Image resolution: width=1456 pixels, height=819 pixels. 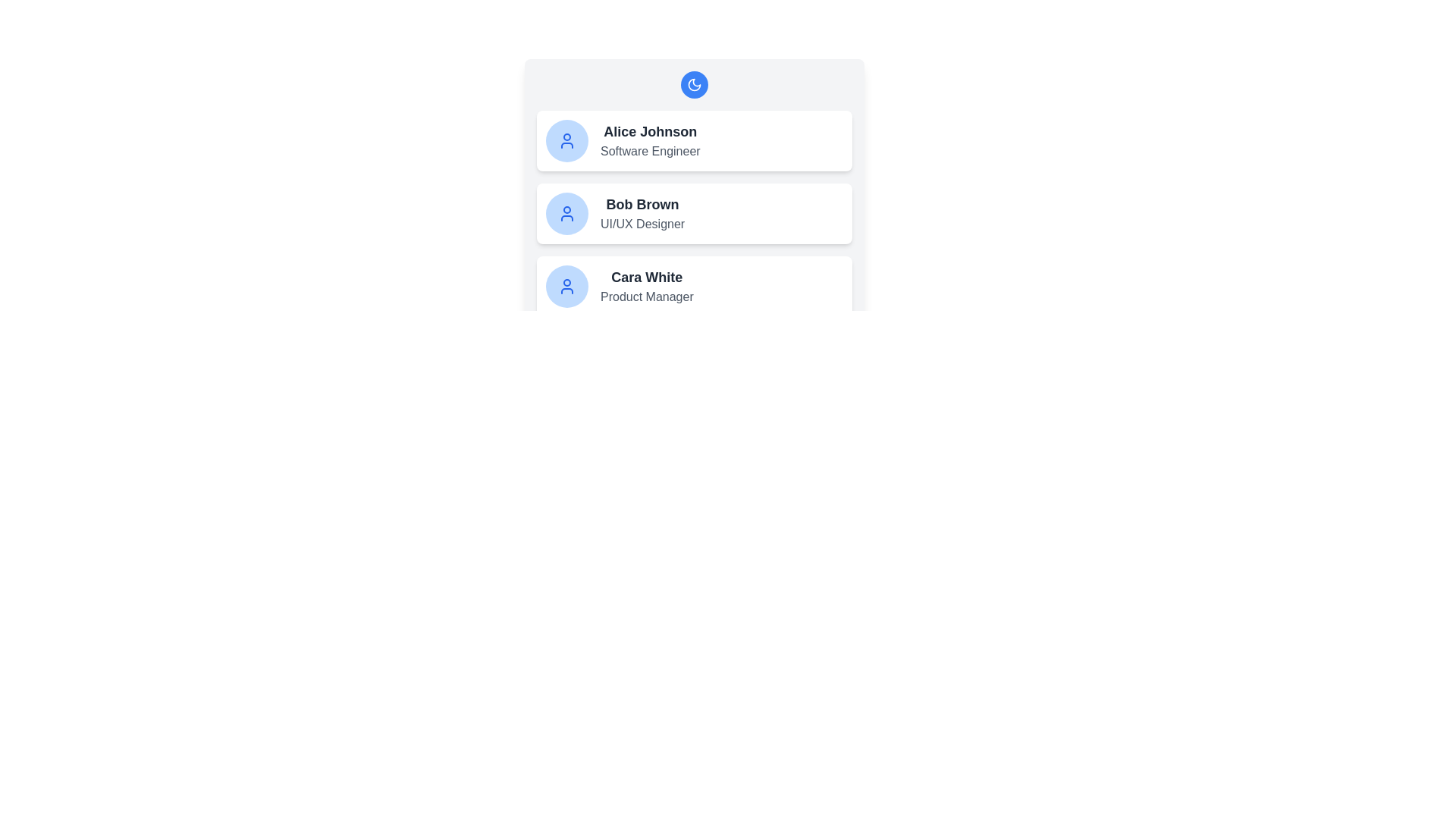 What do you see at coordinates (566, 213) in the screenshot?
I see `the Avatar icon representing 'Bob Brown', located as the top-left component of the second card in a vertical stack of cards` at bounding box center [566, 213].